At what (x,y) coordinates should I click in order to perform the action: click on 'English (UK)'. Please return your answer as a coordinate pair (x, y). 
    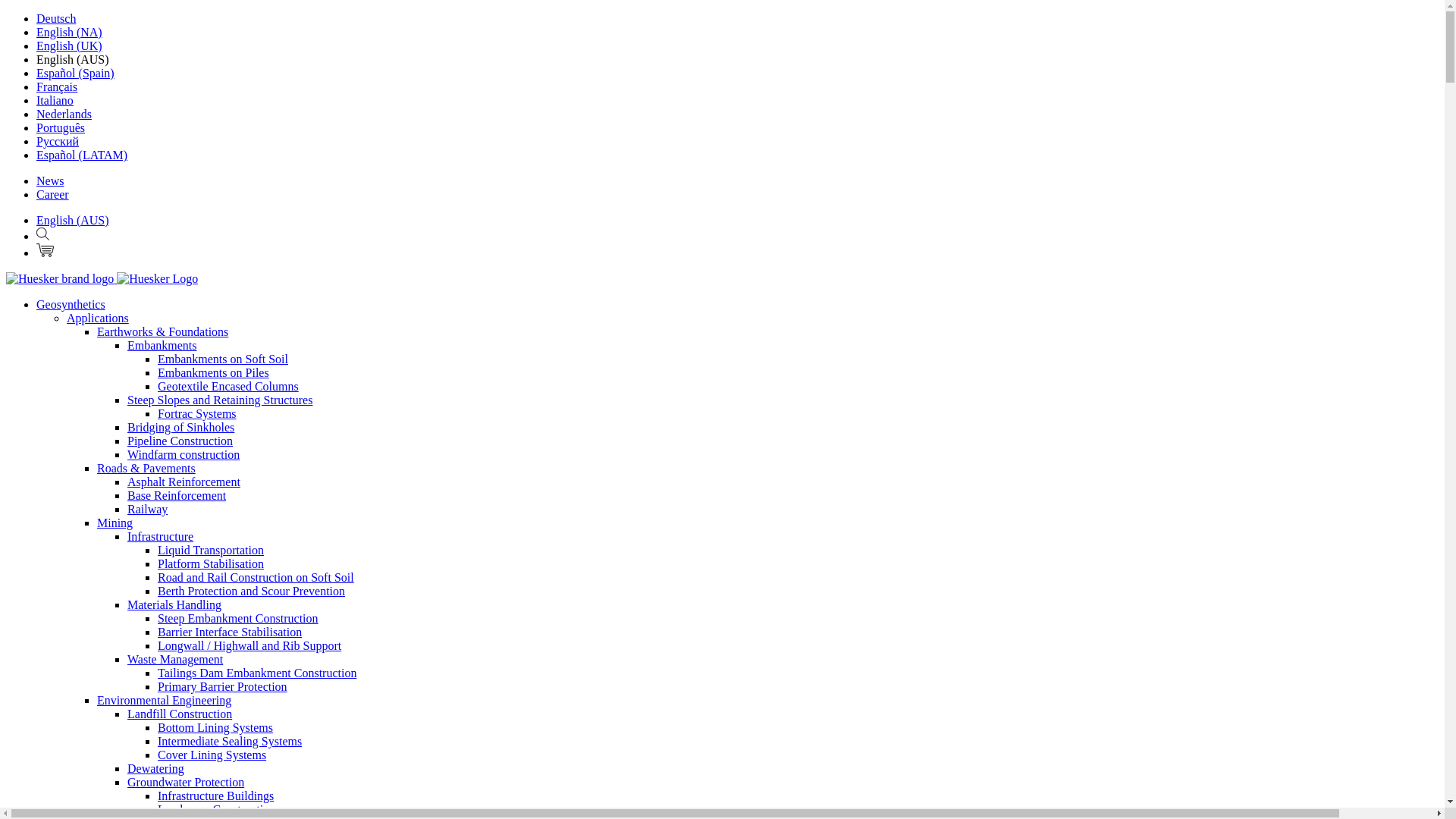
    Looking at the image, I should click on (68, 45).